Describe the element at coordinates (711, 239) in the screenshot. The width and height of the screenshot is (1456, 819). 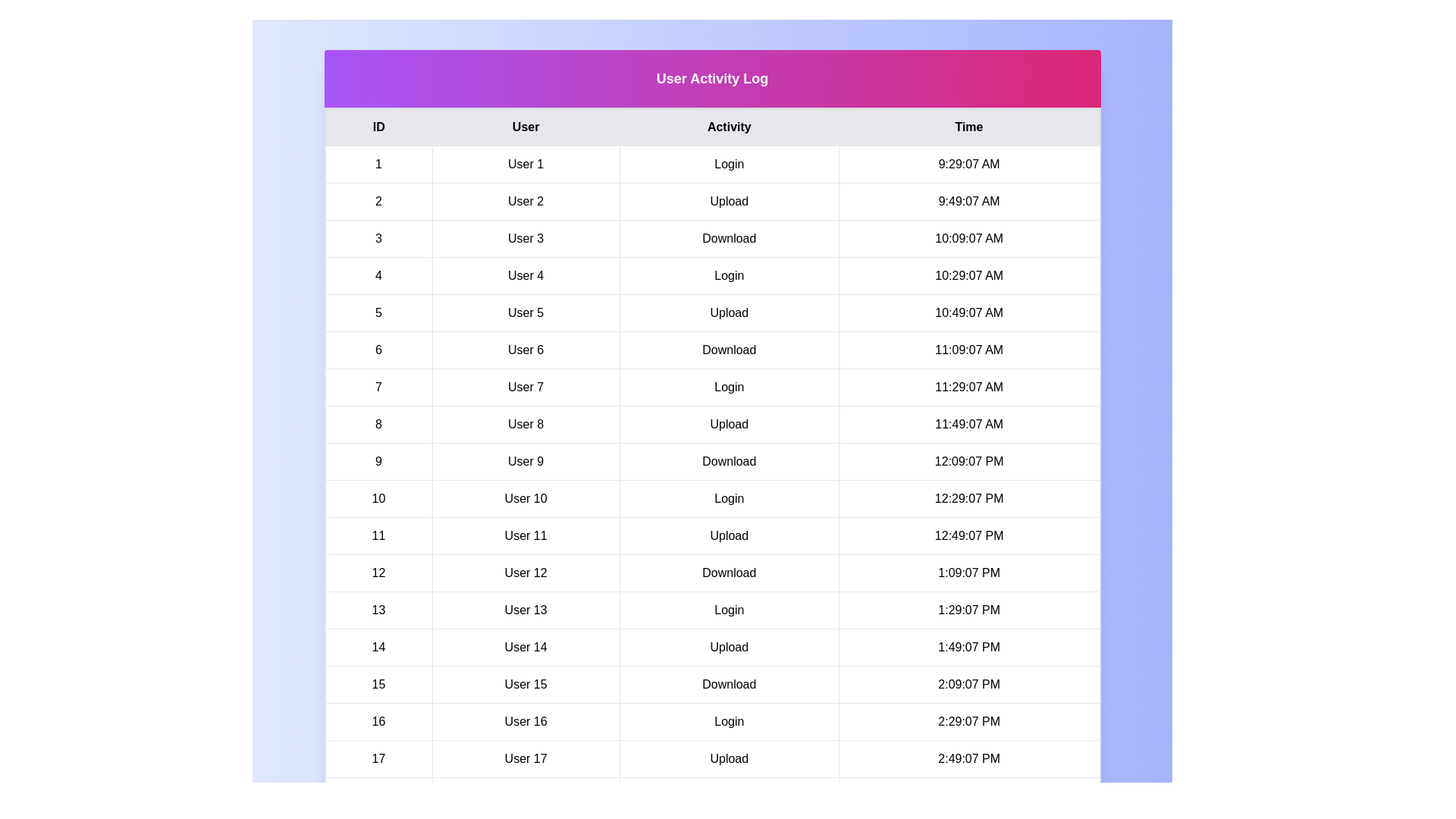
I see `the row corresponding to 3` at that location.